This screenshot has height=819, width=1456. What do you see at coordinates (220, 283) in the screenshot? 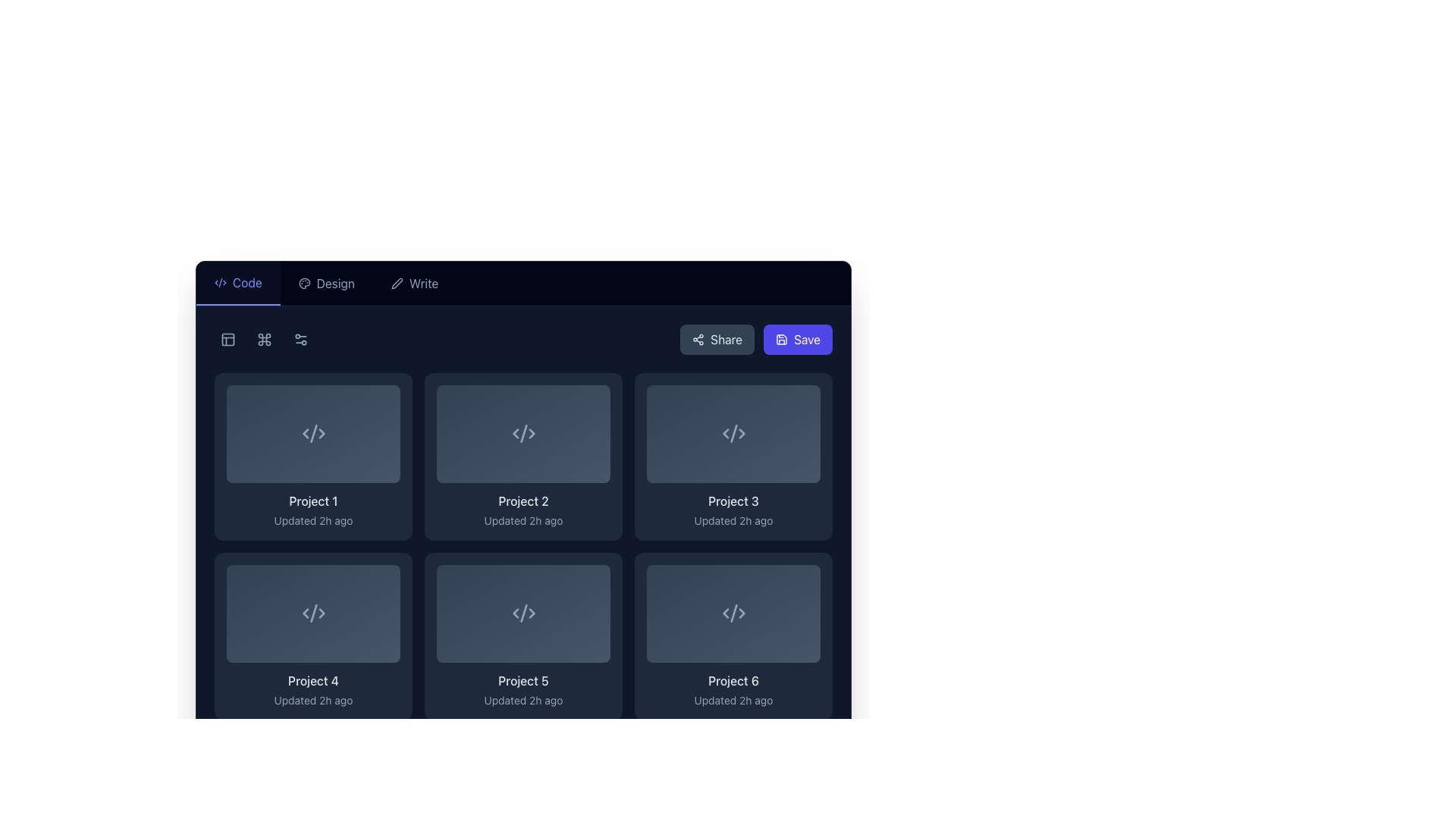
I see `the leftmost icon in the tab navigation bar that represents the 'Code' section` at bounding box center [220, 283].